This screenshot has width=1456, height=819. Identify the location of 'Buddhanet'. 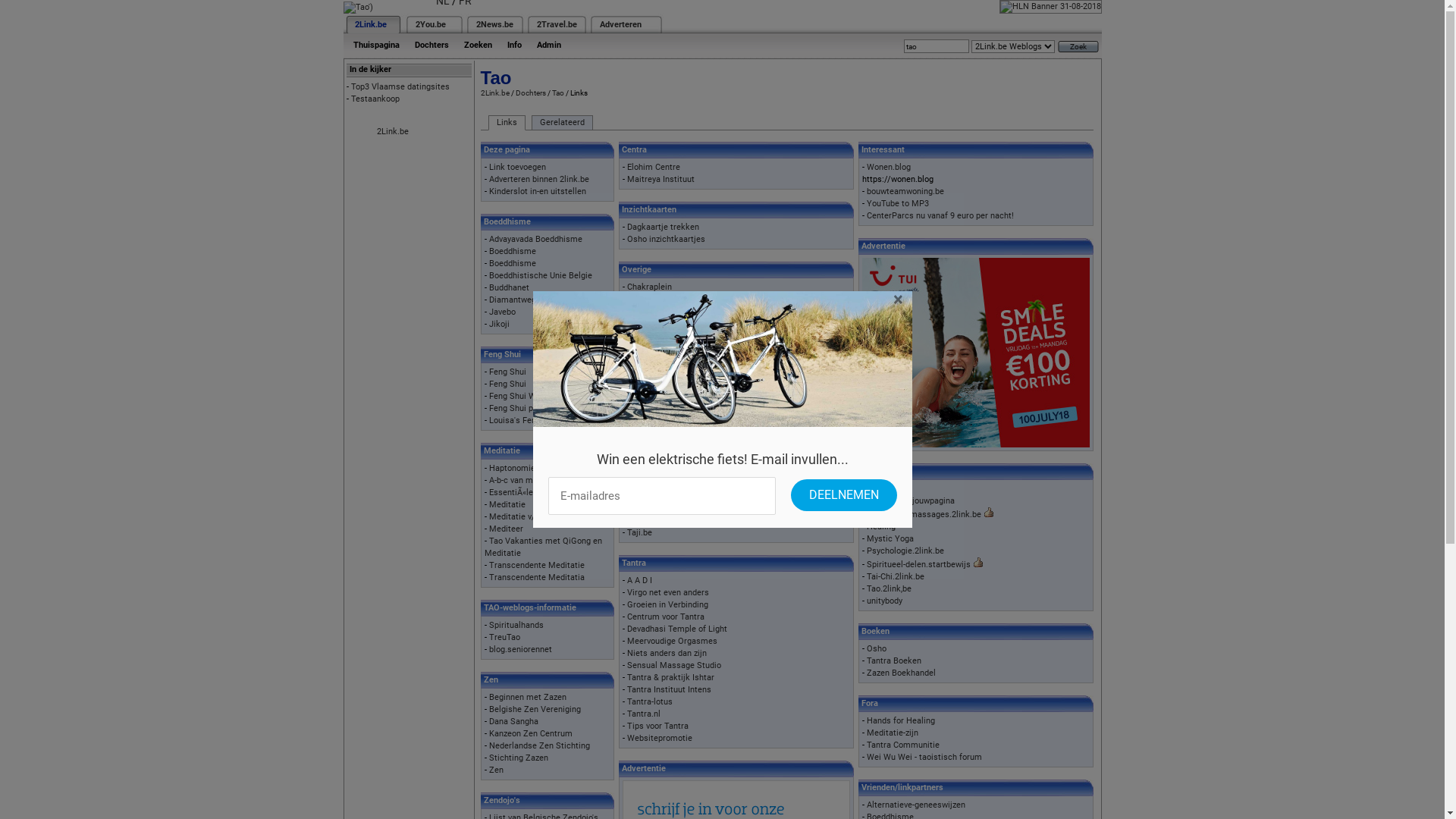
(508, 287).